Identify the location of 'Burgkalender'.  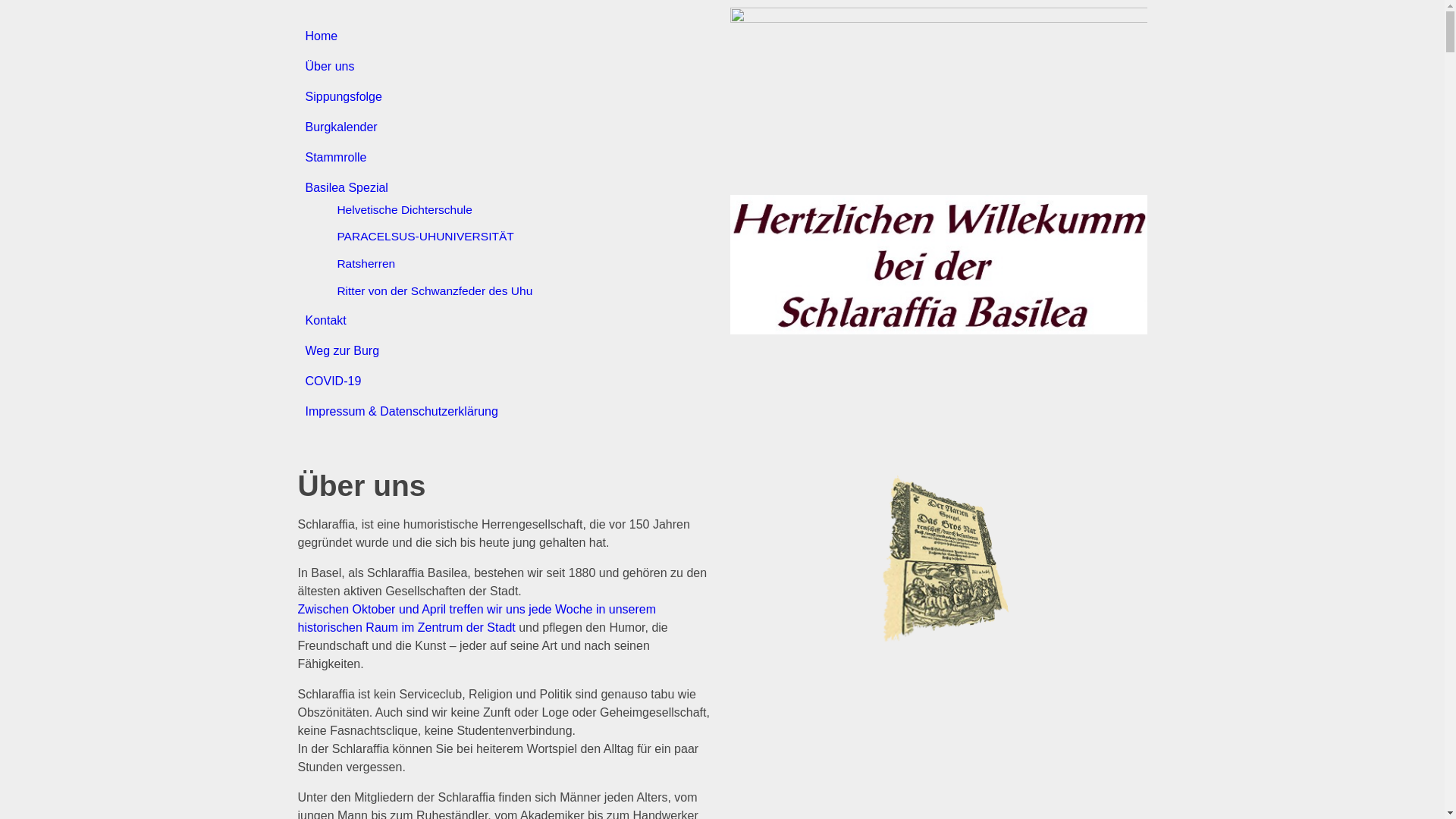
(340, 126).